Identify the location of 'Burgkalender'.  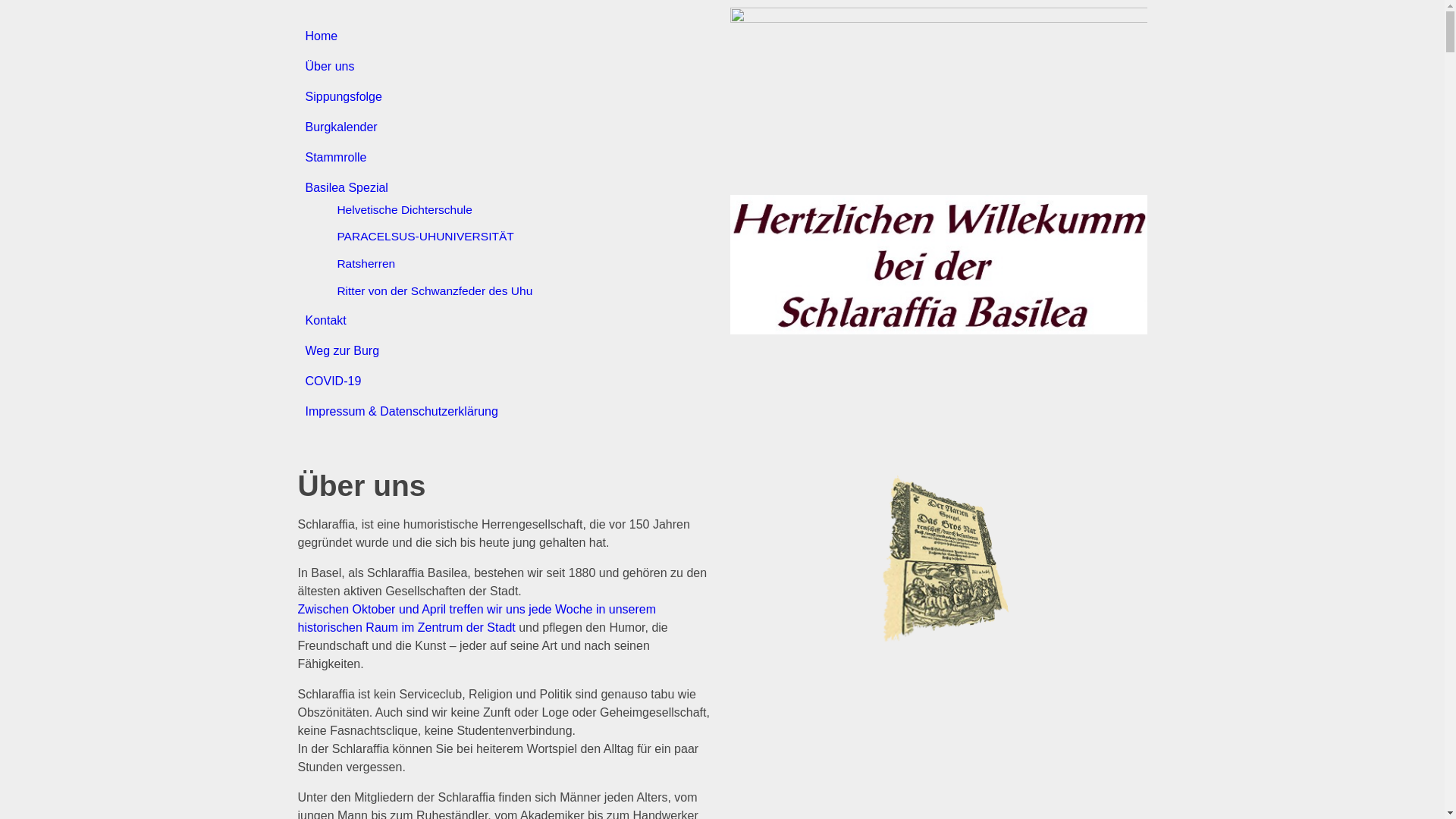
(340, 126).